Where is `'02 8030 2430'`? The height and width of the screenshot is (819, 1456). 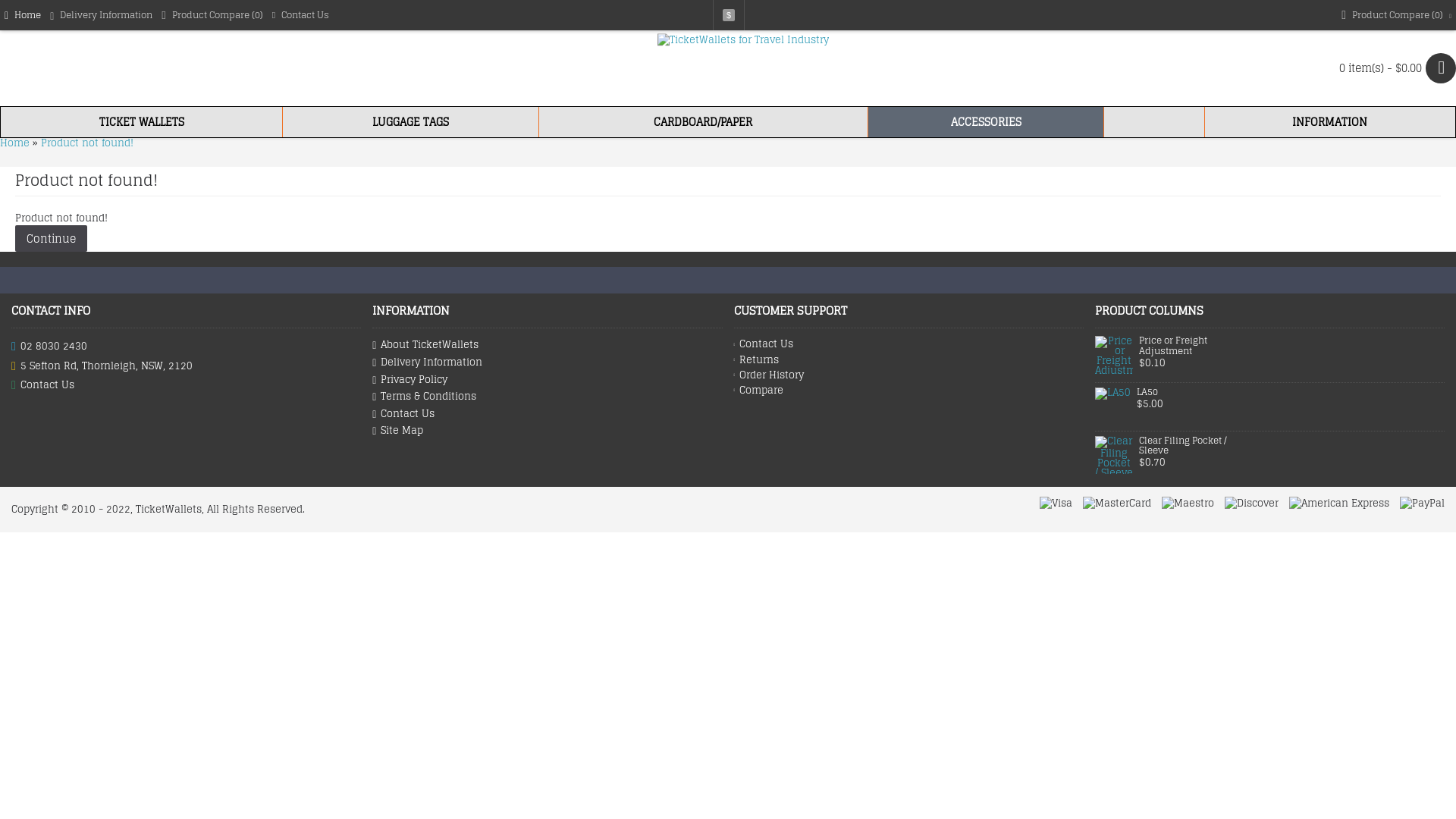
'02 8030 2430' is located at coordinates (185, 346).